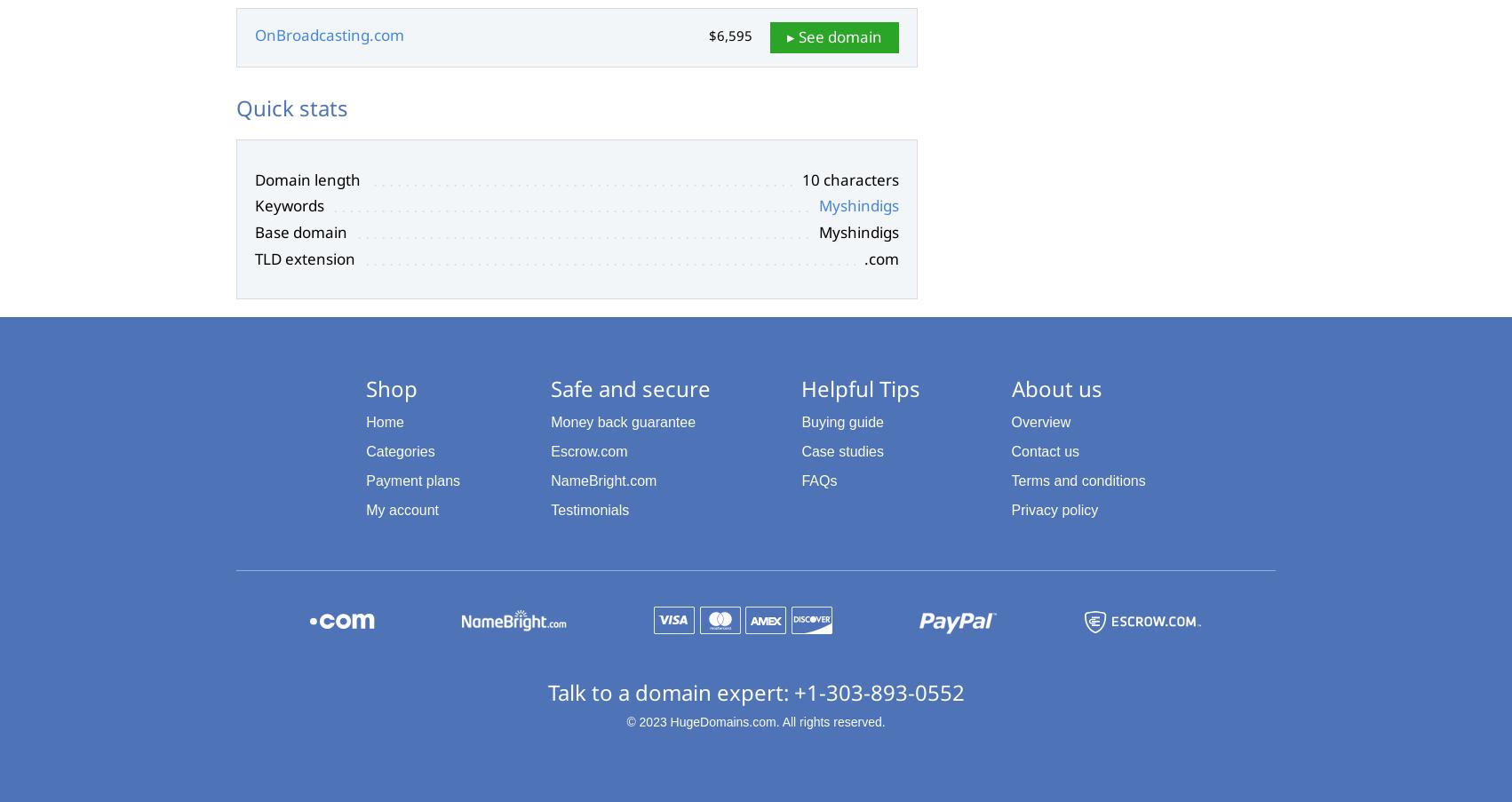 The width and height of the screenshot is (1512, 802). I want to click on 'My account', so click(402, 508).